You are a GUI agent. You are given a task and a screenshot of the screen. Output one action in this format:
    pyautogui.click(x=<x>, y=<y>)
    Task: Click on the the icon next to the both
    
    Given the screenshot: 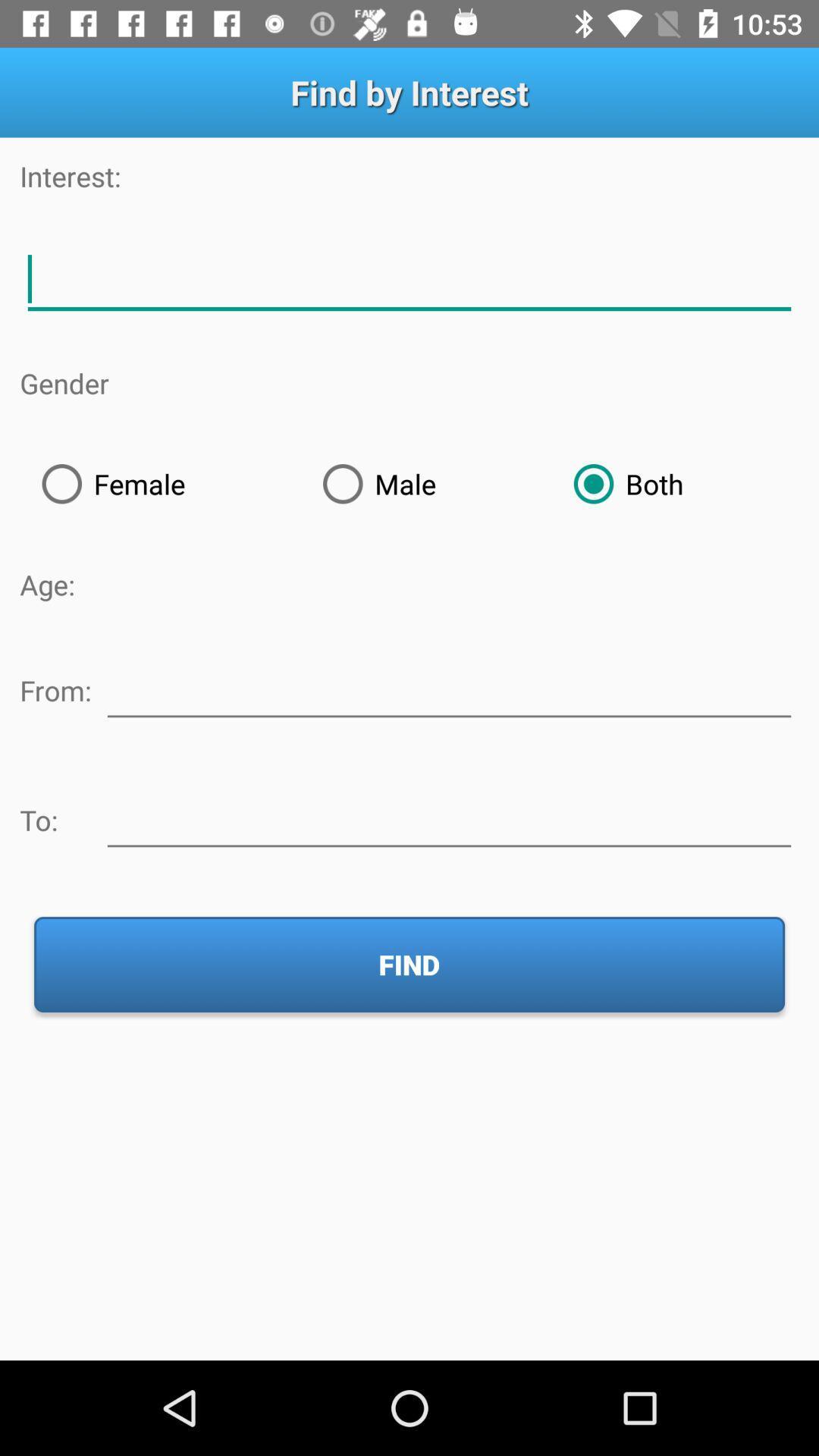 What is the action you would take?
    pyautogui.click(x=426, y=483)
    